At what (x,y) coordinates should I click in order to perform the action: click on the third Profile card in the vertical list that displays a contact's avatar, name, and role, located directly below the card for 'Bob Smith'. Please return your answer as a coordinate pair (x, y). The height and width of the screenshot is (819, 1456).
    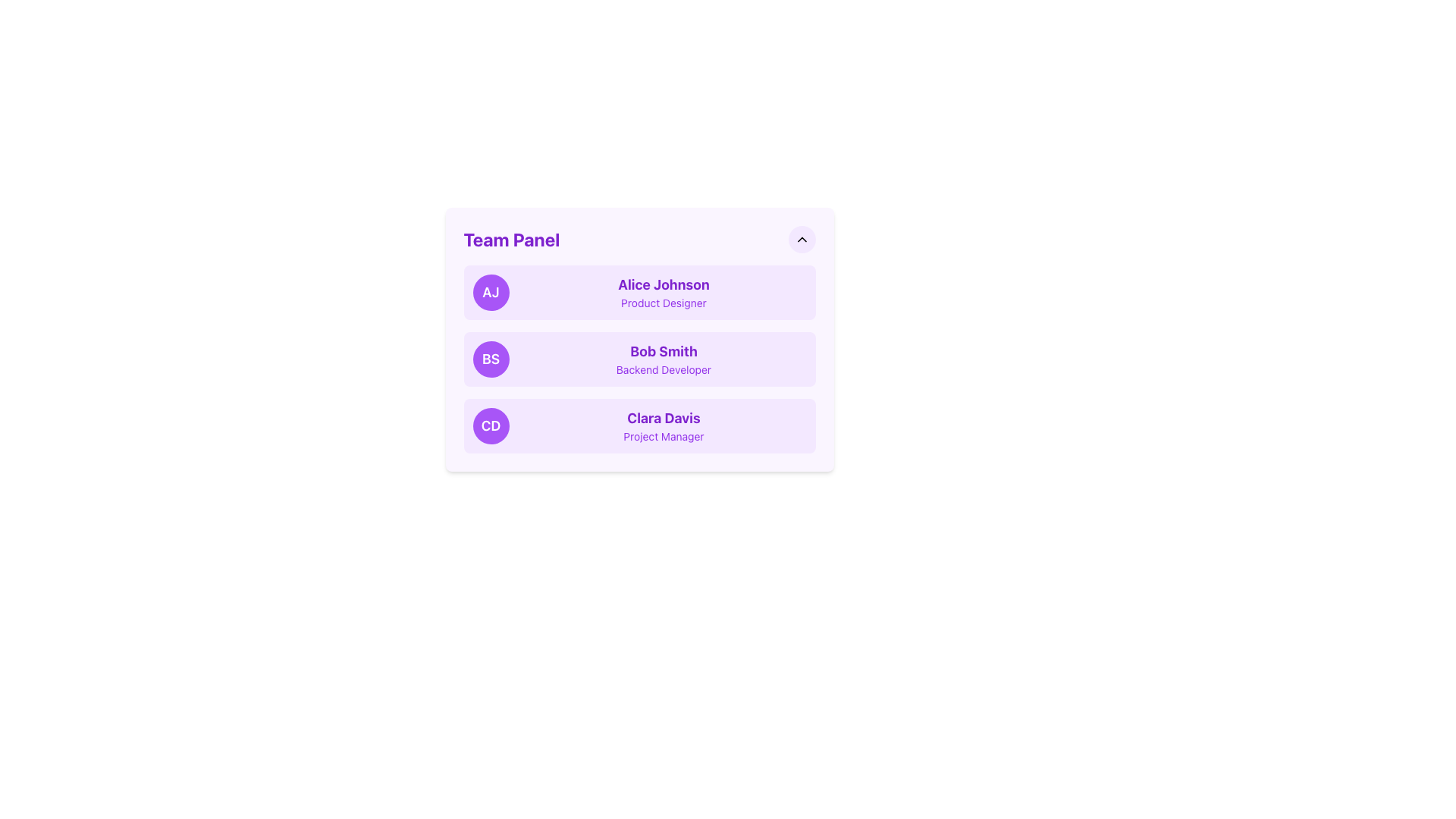
    Looking at the image, I should click on (639, 426).